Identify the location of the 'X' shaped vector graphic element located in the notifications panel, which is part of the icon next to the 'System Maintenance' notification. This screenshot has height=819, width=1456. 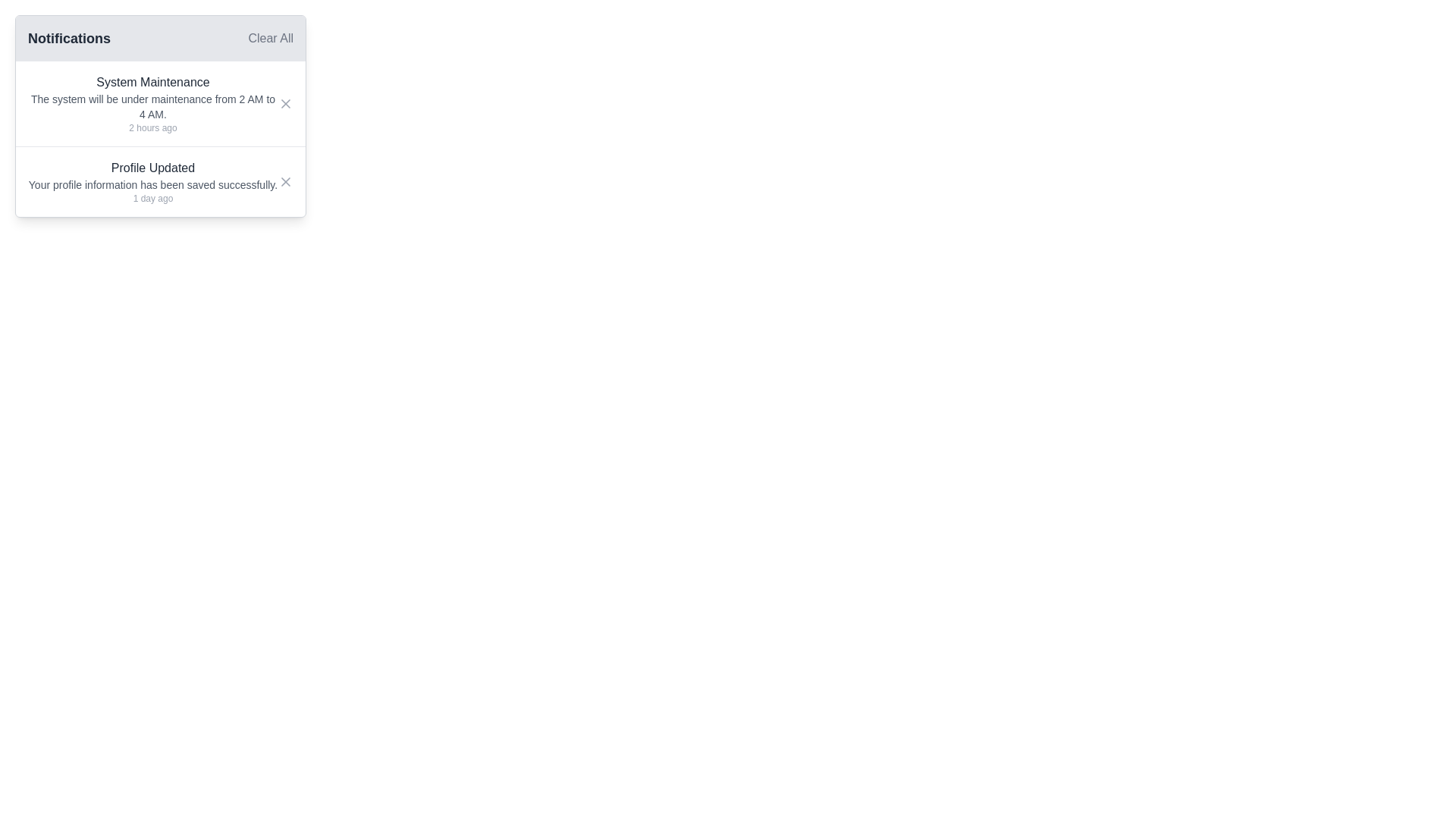
(286, 103).